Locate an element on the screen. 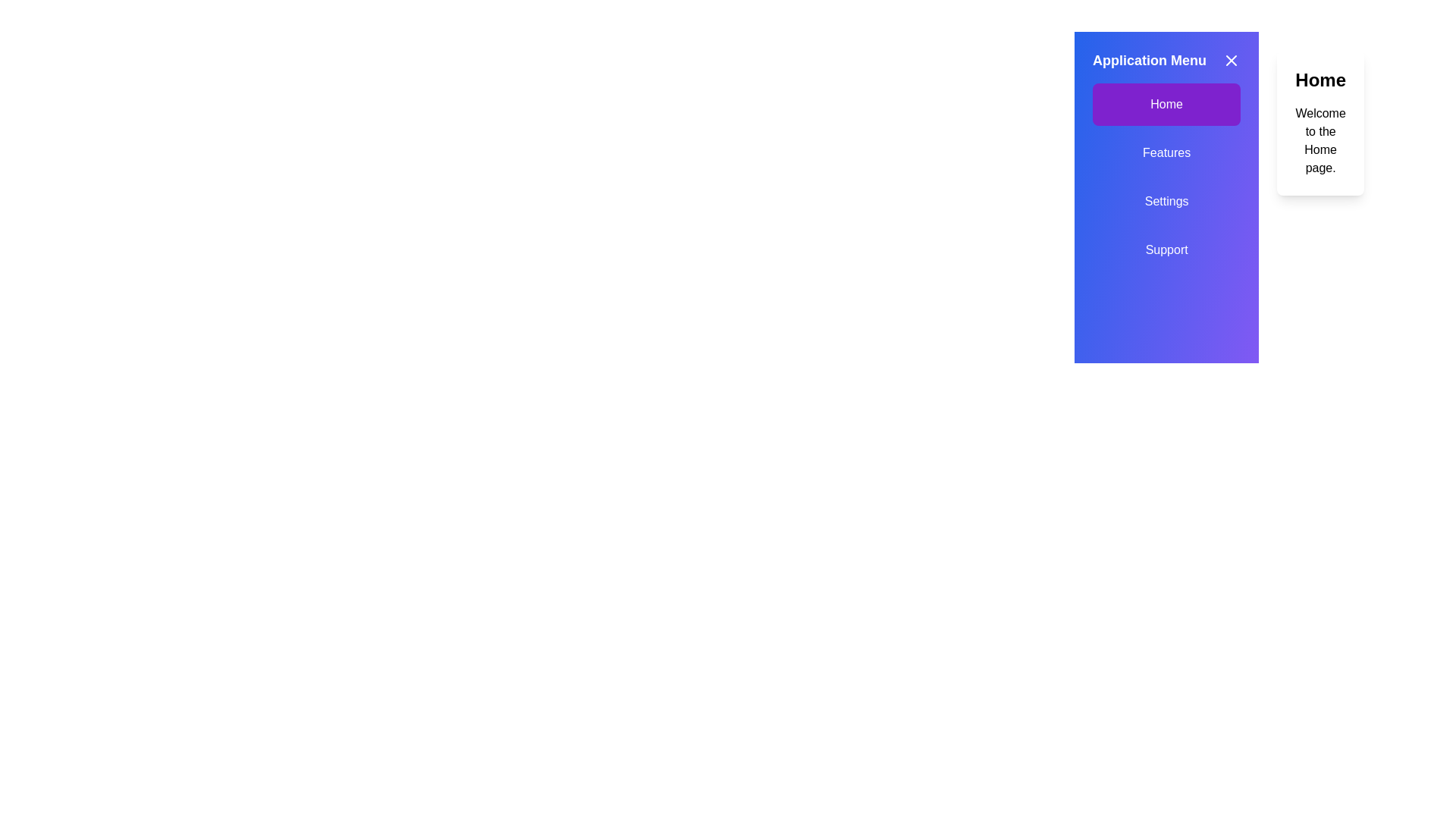 The height and width of the screenshot is (819, 1456). the menu option Features is located at coordinates (1166, 152).